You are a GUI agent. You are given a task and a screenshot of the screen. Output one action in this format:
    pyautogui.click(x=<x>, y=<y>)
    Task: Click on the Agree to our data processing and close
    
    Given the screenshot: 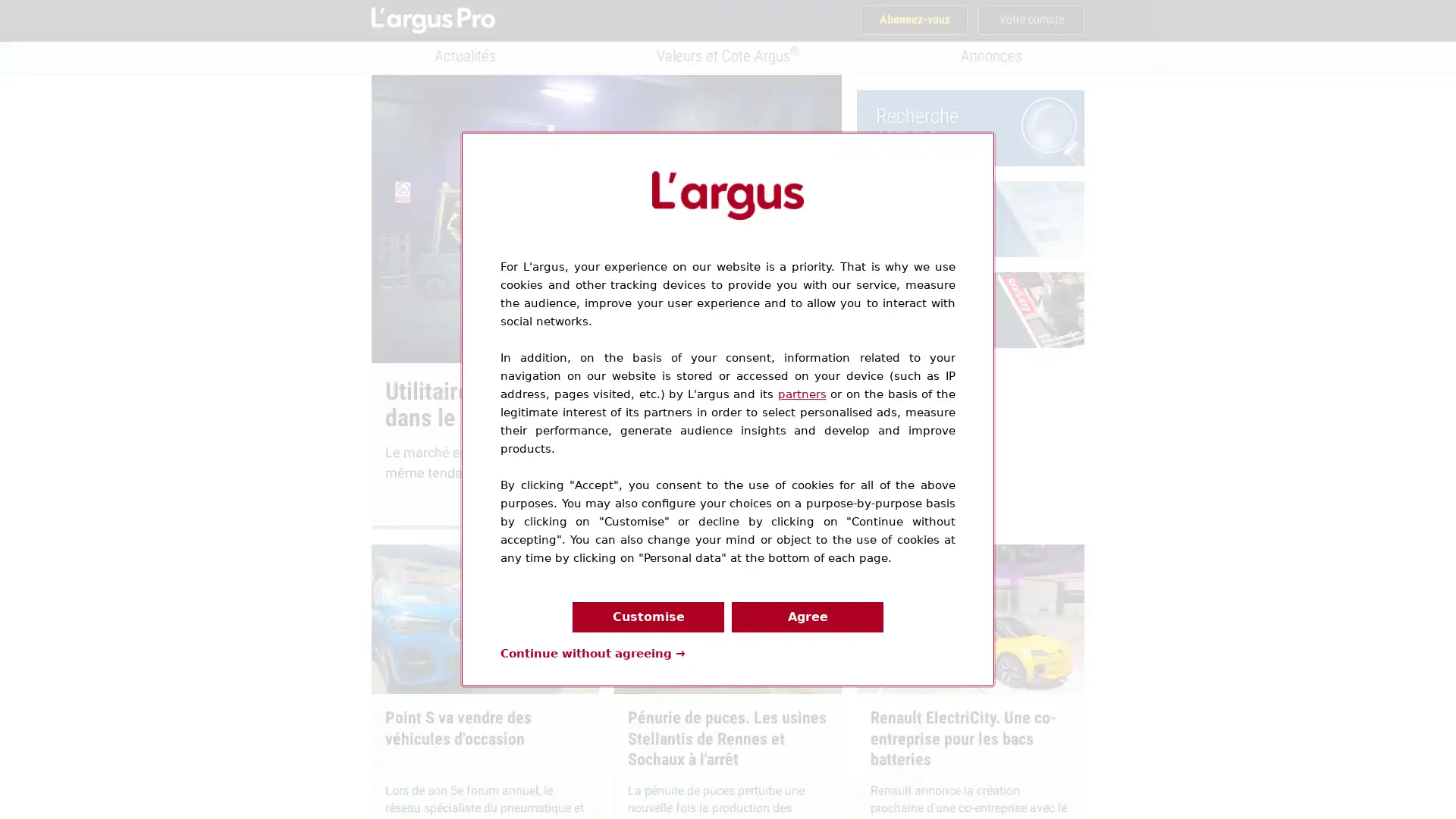 What is the action you would take?
    pyautogui.click(x=807, y=617)
    